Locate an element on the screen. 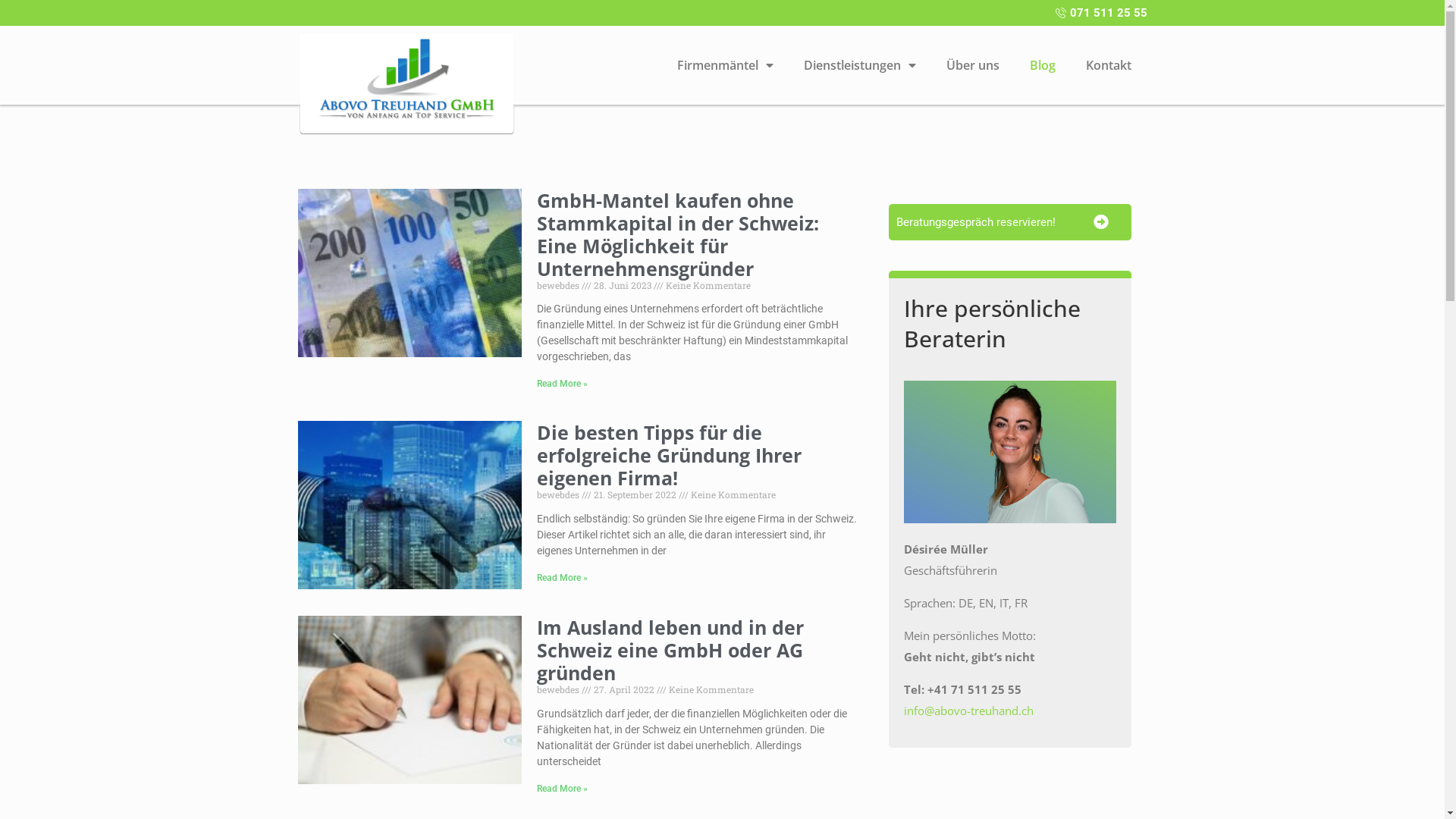 The image size is (1456, 819). 'info@abovo-treuhand.ch' is located at coordinates (968, 711).